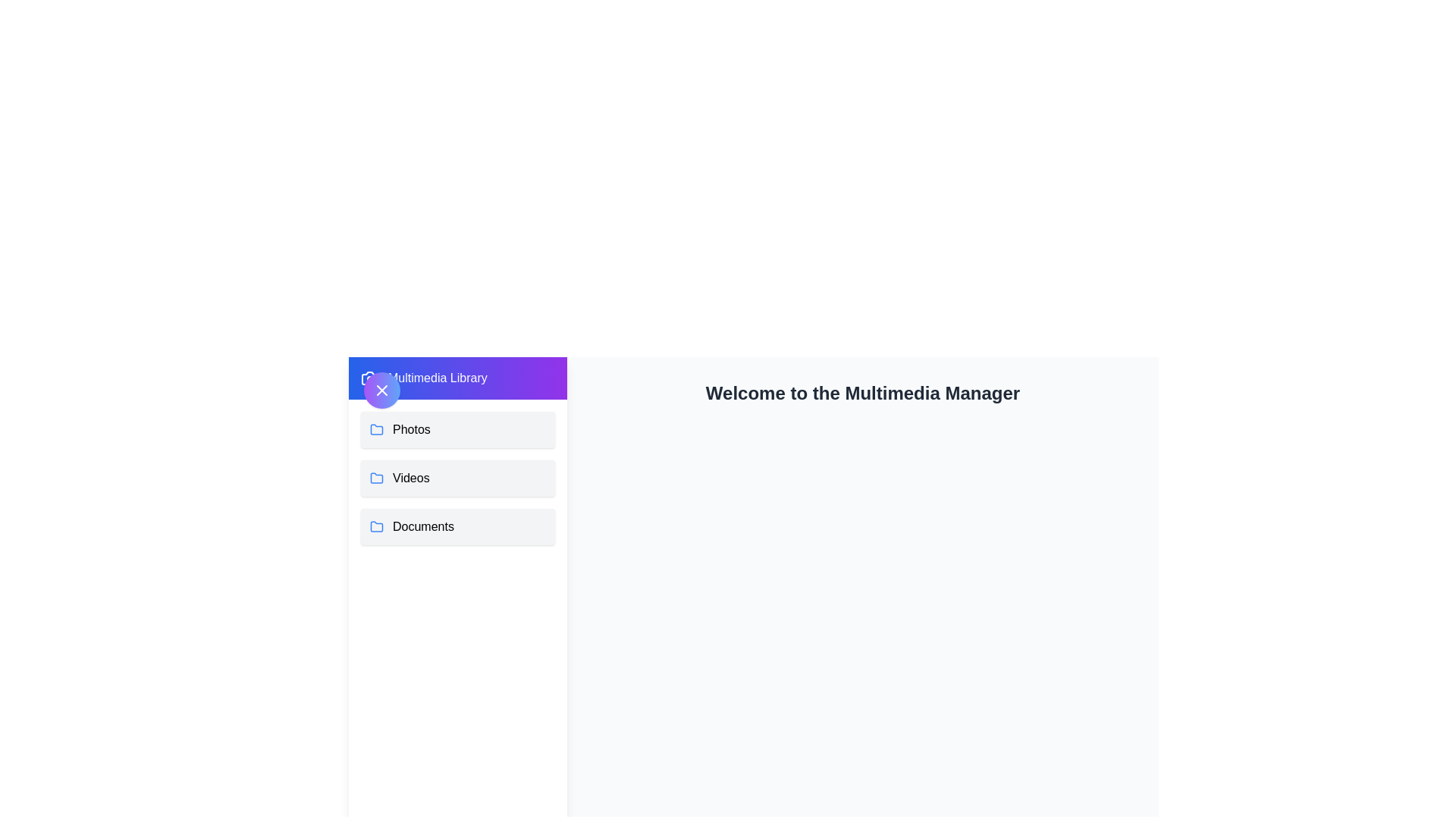 The image size is (1456, 819). Describe the element at coordinates (457, 377) in the screenshot. I see `the title text 'Multimedia Library'` at that location.